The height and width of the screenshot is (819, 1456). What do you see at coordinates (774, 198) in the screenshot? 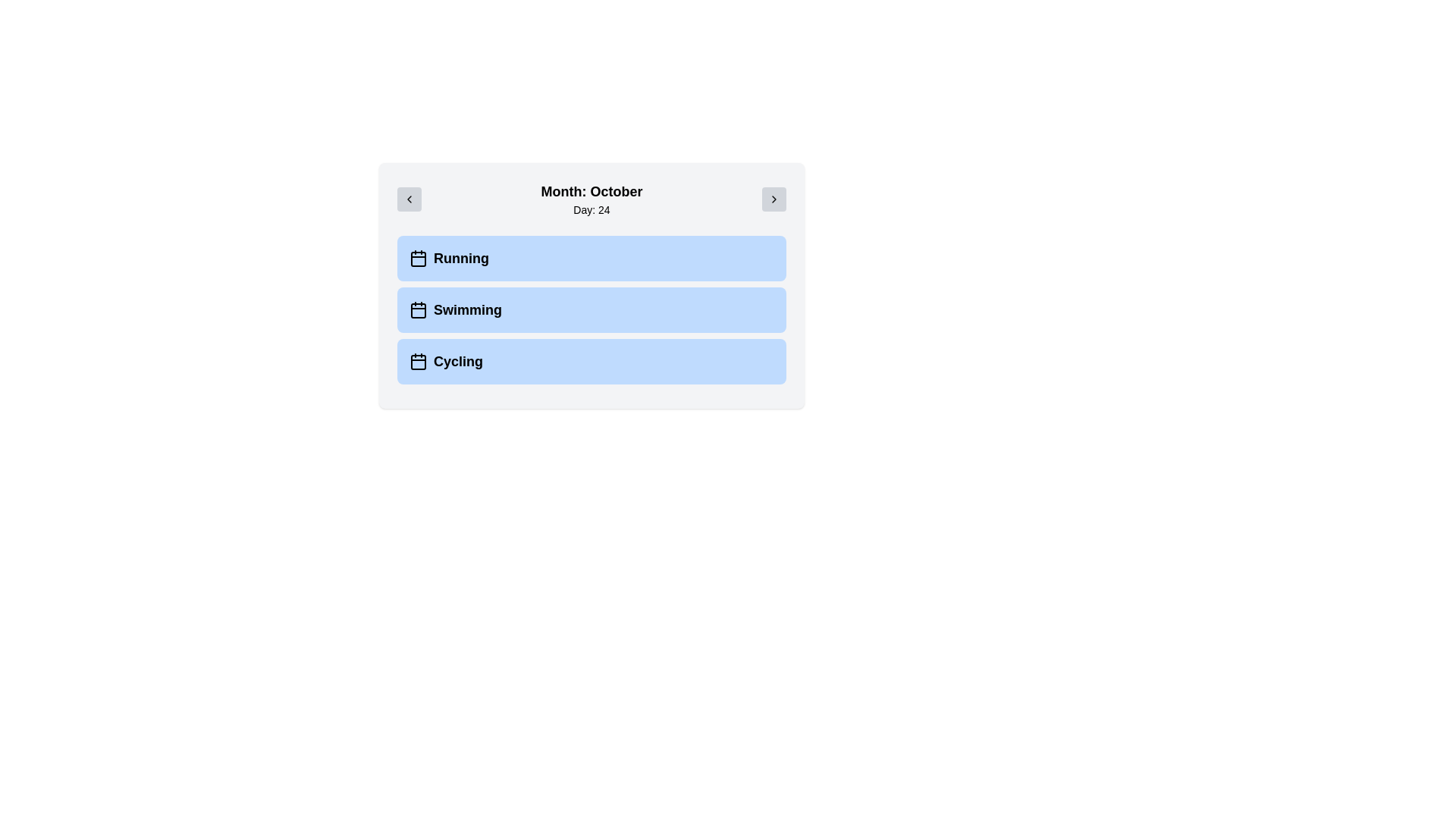
I see `the 'Next' button located on the right side of the top bar containing 'Month: October' and 'Day: 24'` at bounding box center [774, 198].